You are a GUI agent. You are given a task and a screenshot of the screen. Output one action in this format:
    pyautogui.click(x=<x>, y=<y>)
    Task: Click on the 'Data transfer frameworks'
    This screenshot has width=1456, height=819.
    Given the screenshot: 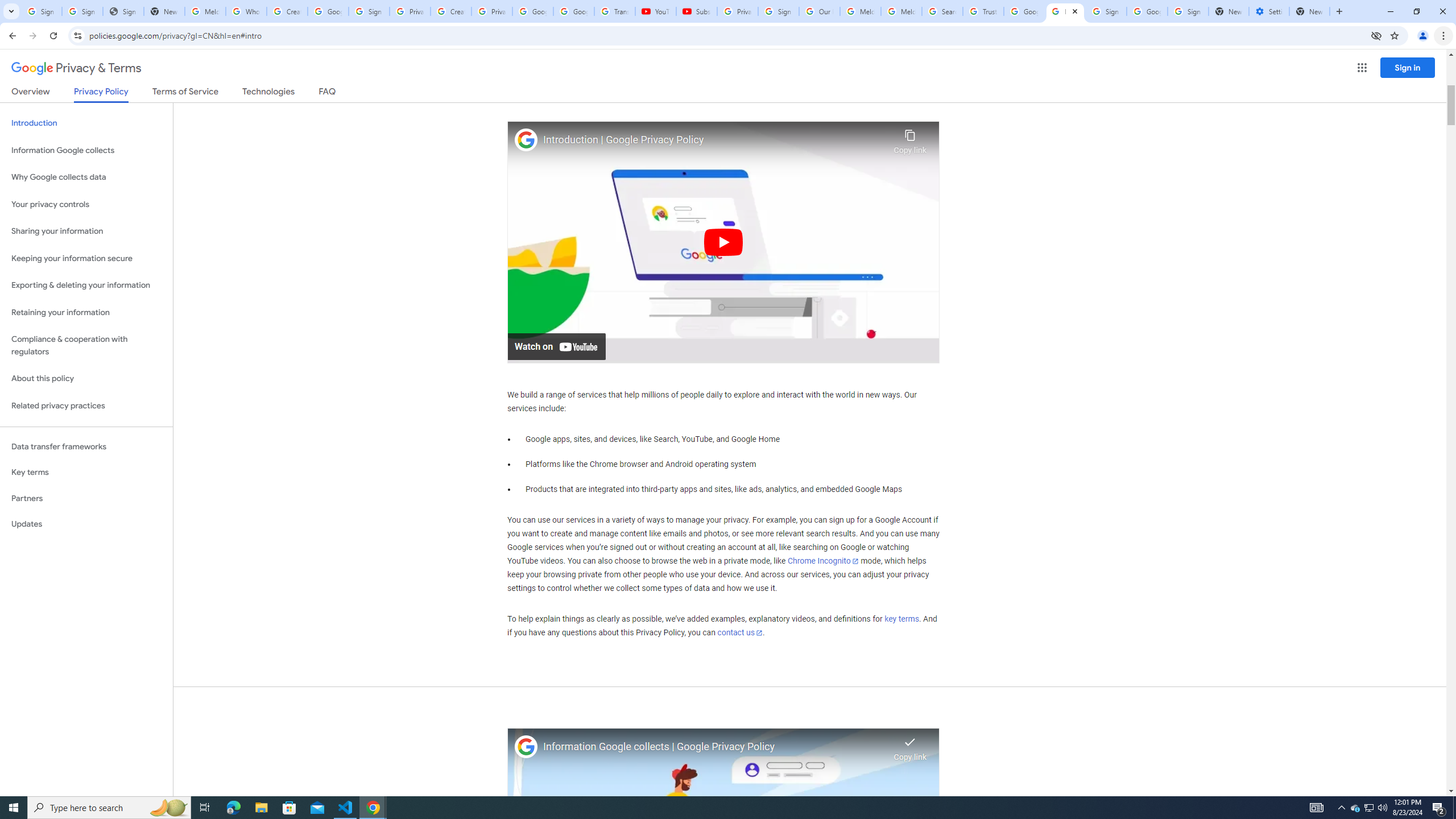 What is the action you would take?
    pyautogui.click(x=86, y=446)
    